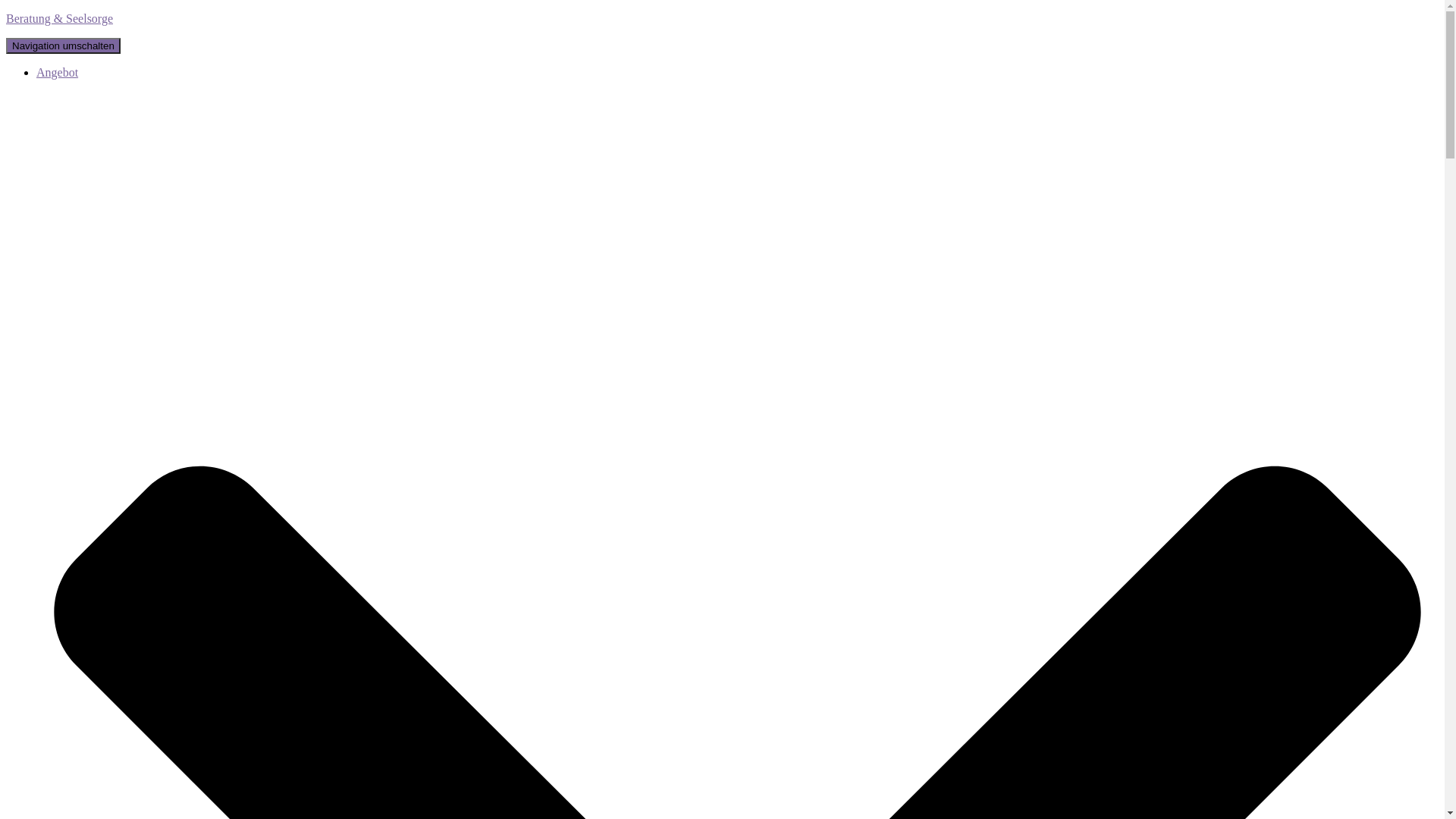 The width and height of the screenshot is (1456, 819). I want to click on 'Navigation umschalten', so click(62, 45).